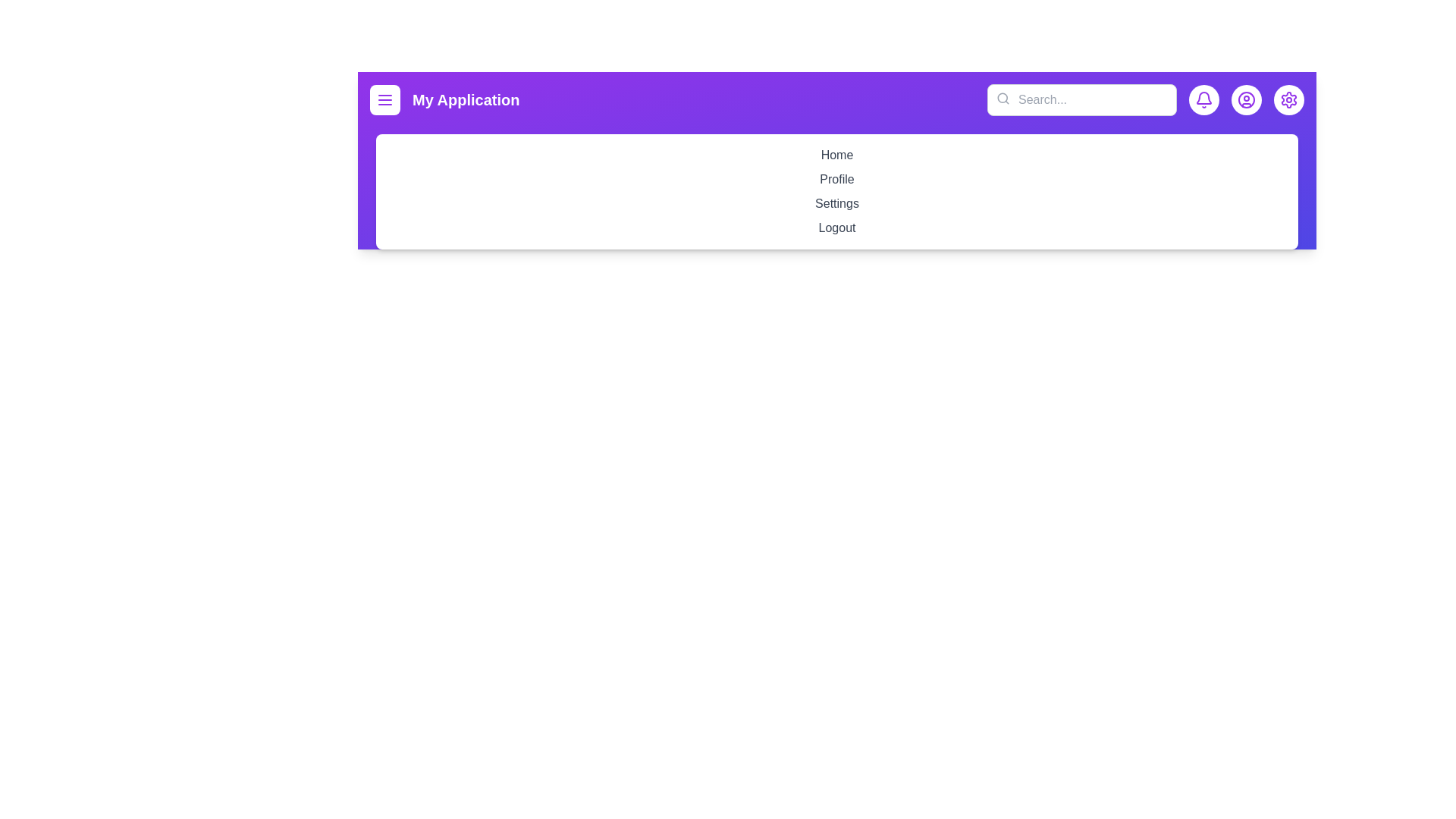 This screenshot has height=819, width=1456. Describe the element at coordinates (385, 99) in the screenshot. I see `the menu button to toggle the menu visibility` at that location.